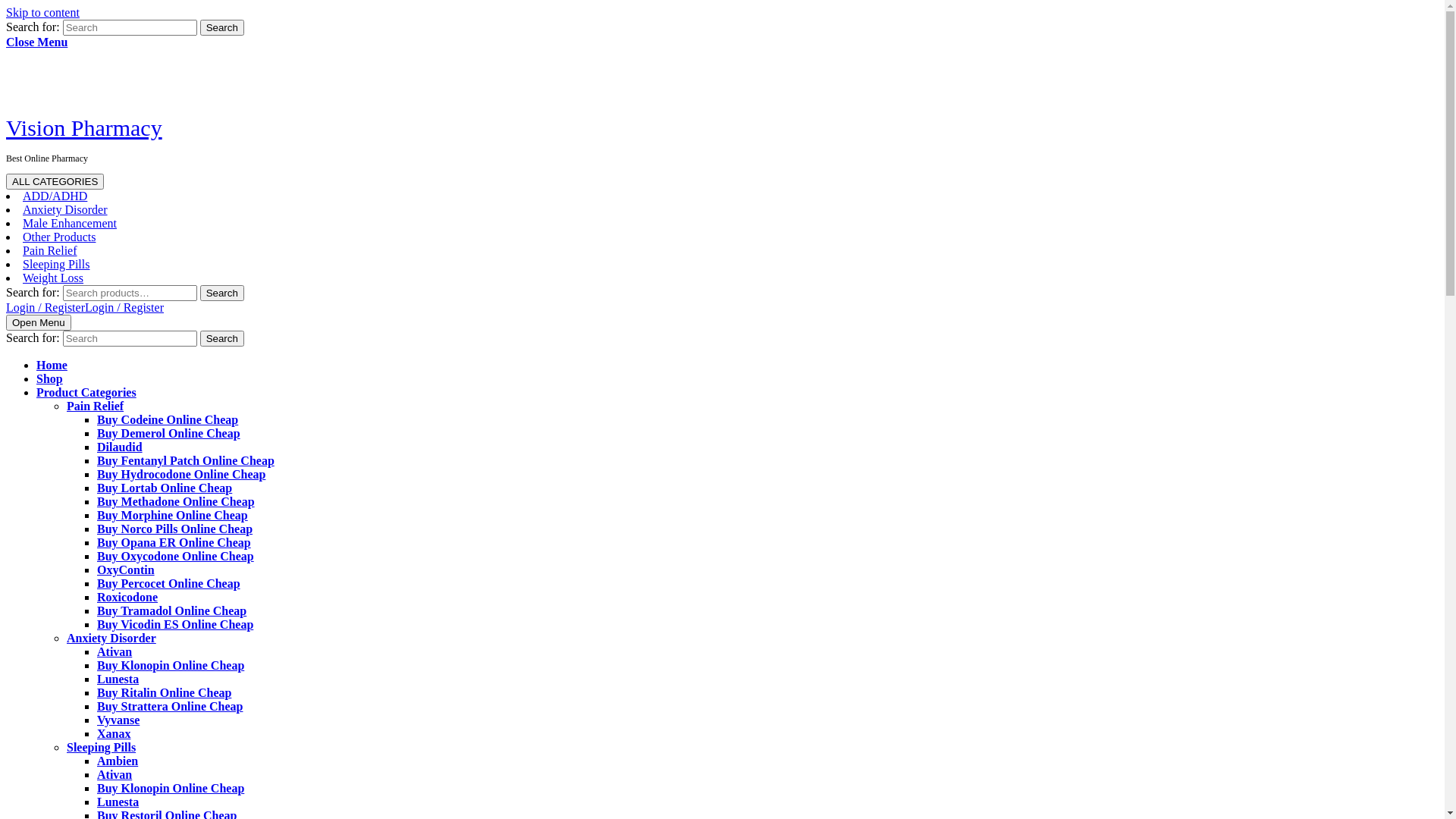 The image size is (1456, 819). What do you see at coordinates (127, 596) in the screenshot?
I see `'Roxicodone'` at bounding box center [127, 596].